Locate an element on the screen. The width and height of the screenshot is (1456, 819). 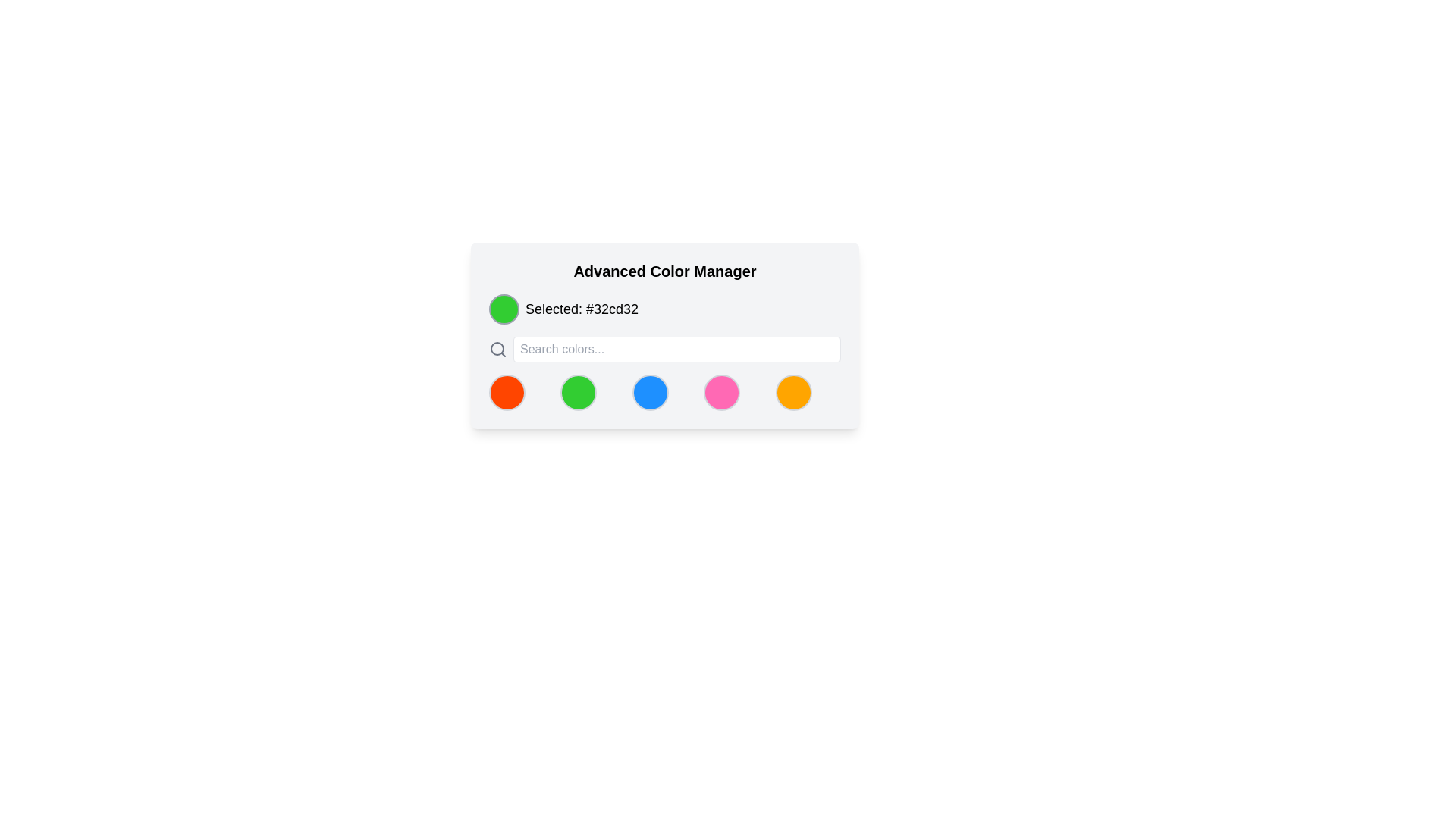
the third circular button from the left in the grid layout is located at coordinates (650, 391).